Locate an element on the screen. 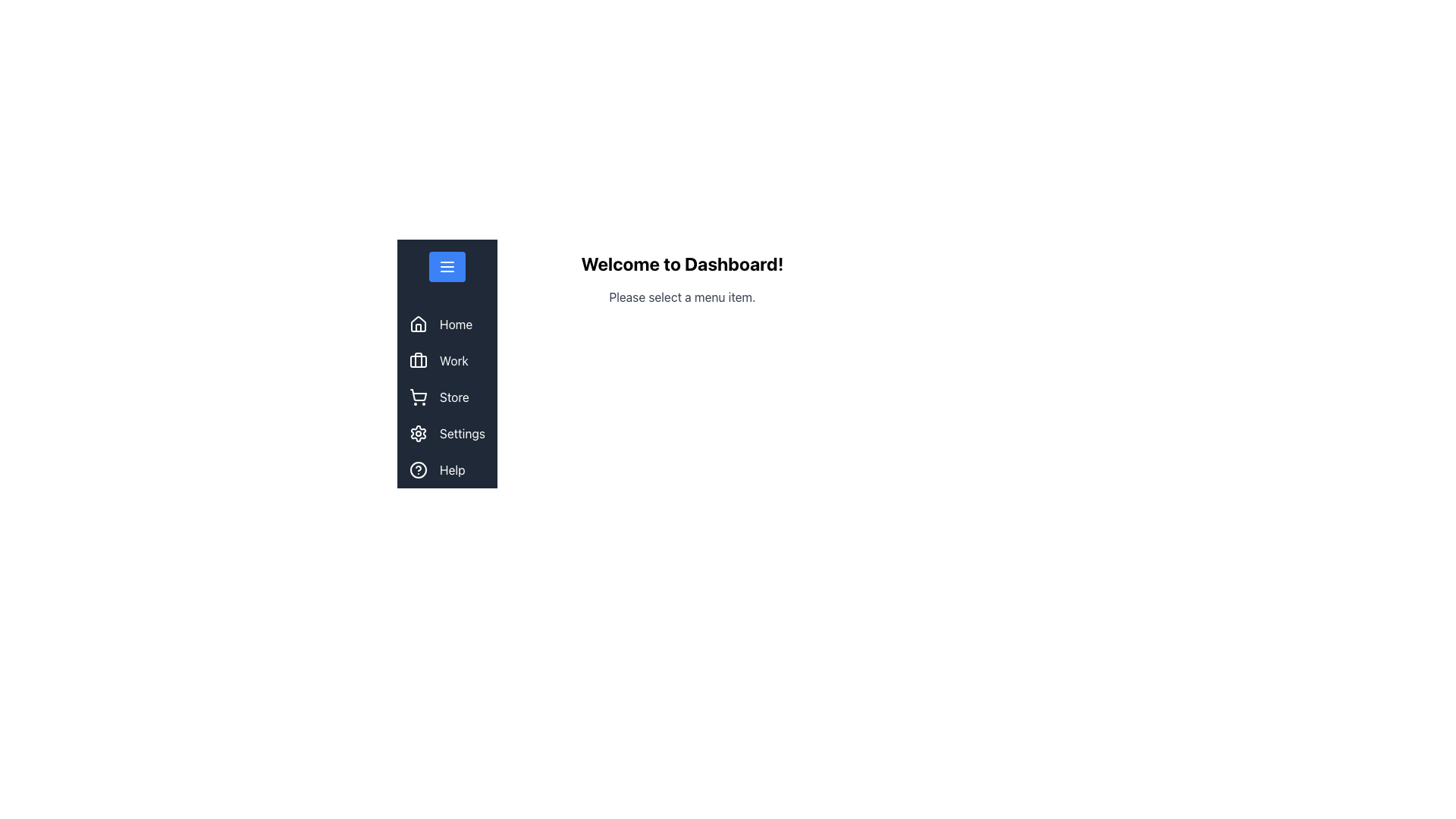 The width and height of the screenshot is (1456, 819). the 'Home' text label in the left navigation panel is located at coordinates (455, 324).